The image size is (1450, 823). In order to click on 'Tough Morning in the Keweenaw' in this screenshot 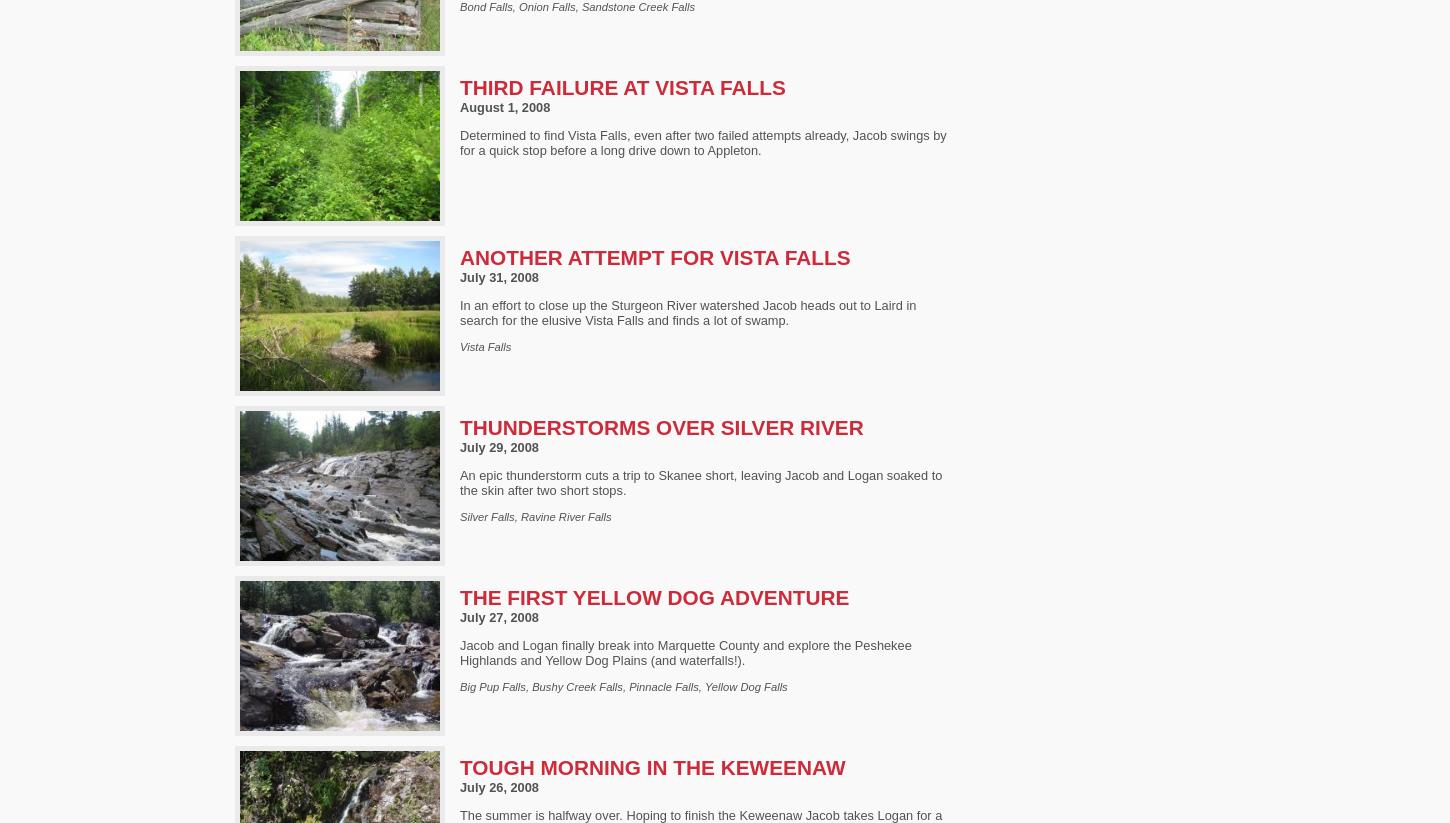, I will do `click(651, 766)`.